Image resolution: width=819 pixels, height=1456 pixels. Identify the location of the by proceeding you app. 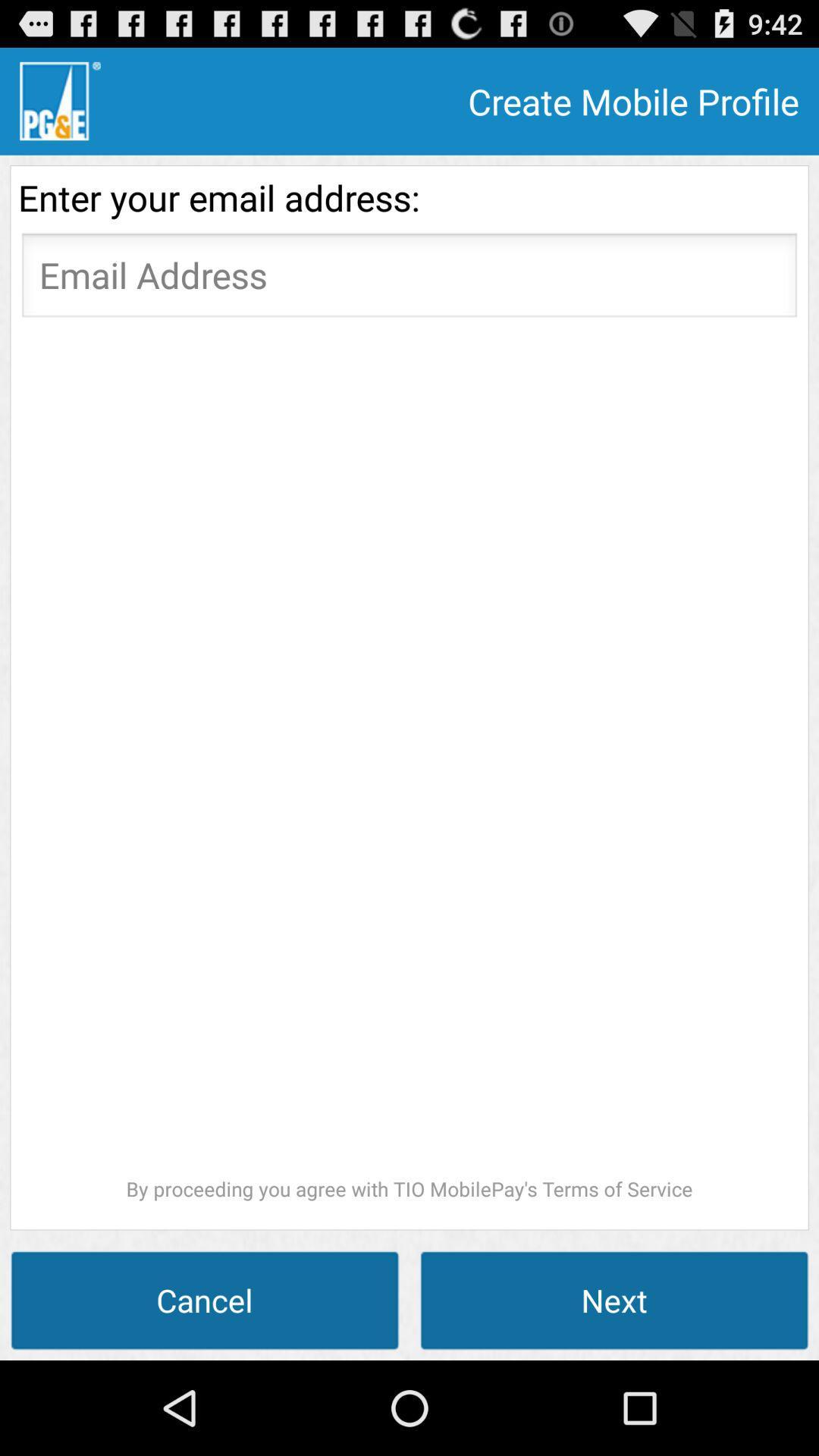
(409, 764).